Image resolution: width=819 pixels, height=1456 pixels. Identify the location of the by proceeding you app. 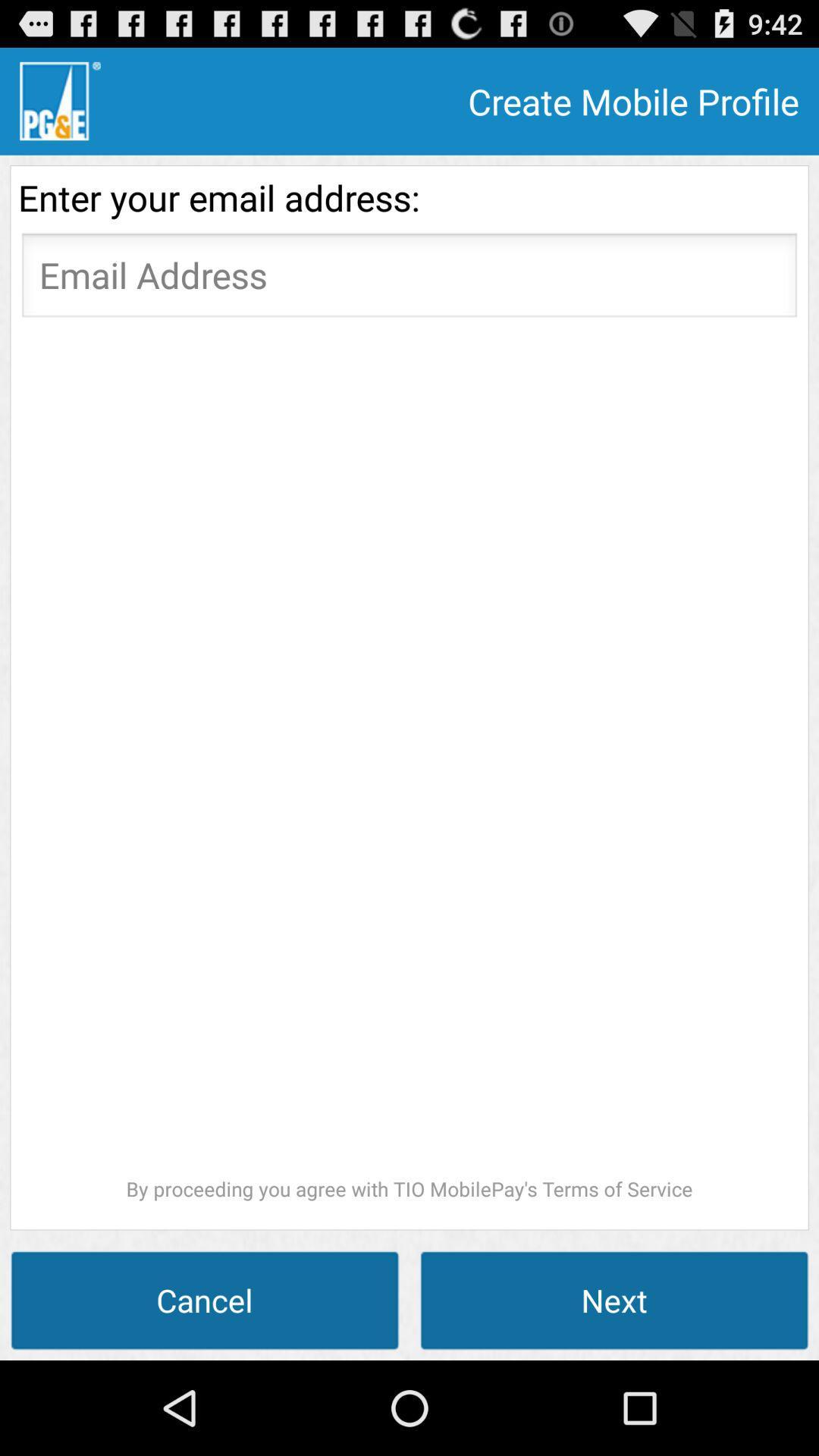
(409, 764).